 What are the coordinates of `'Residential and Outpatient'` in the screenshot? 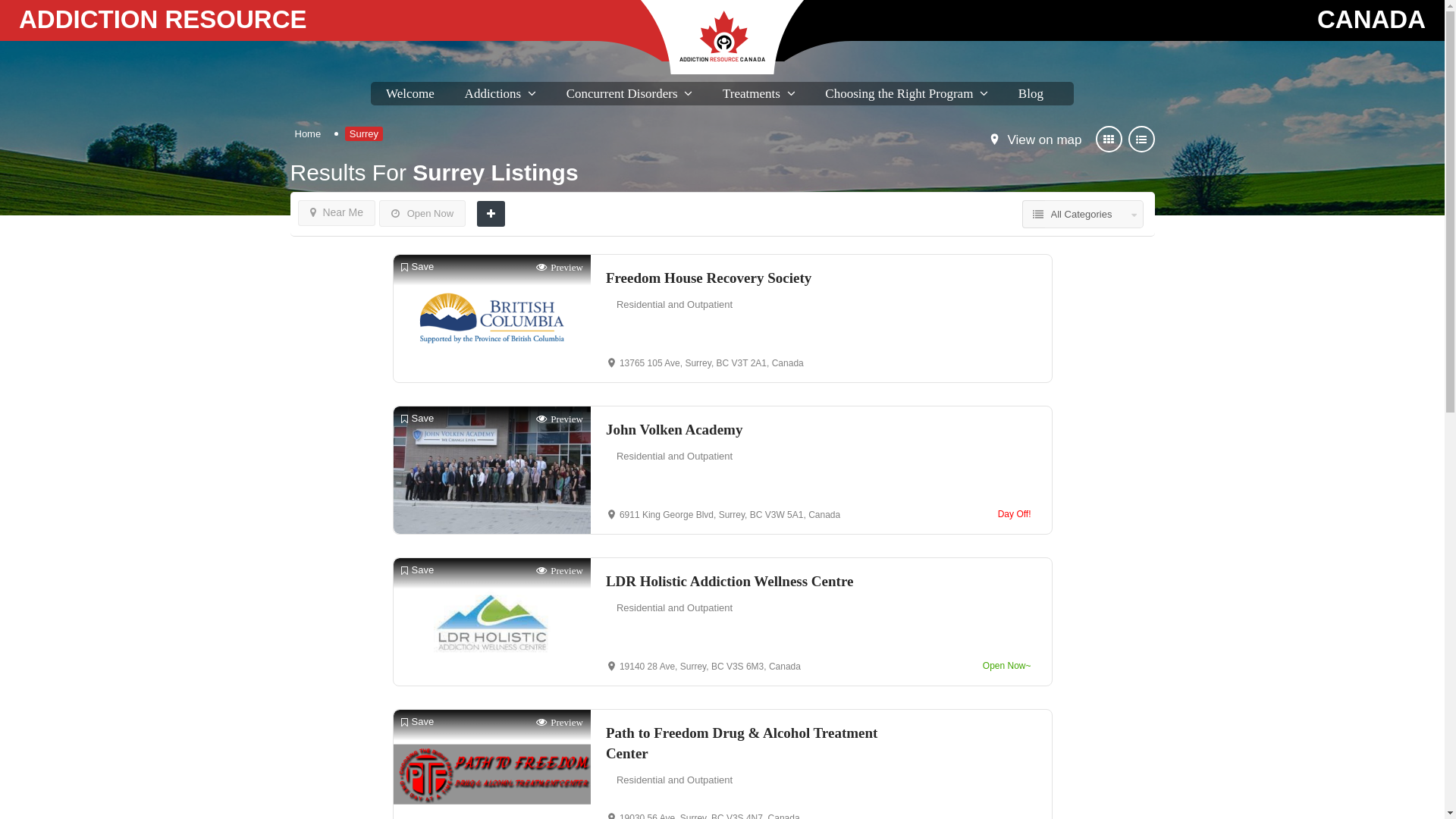 It's located at (673, 304).